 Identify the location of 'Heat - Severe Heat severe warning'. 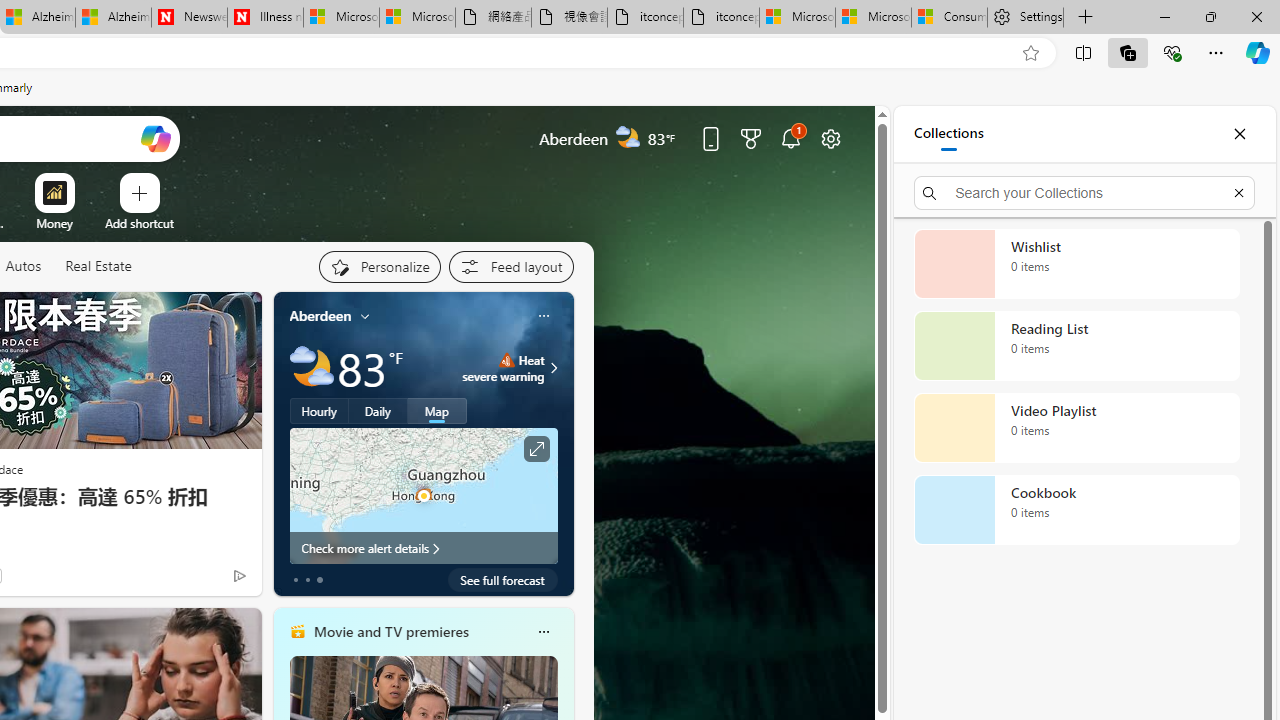
(503, 367).